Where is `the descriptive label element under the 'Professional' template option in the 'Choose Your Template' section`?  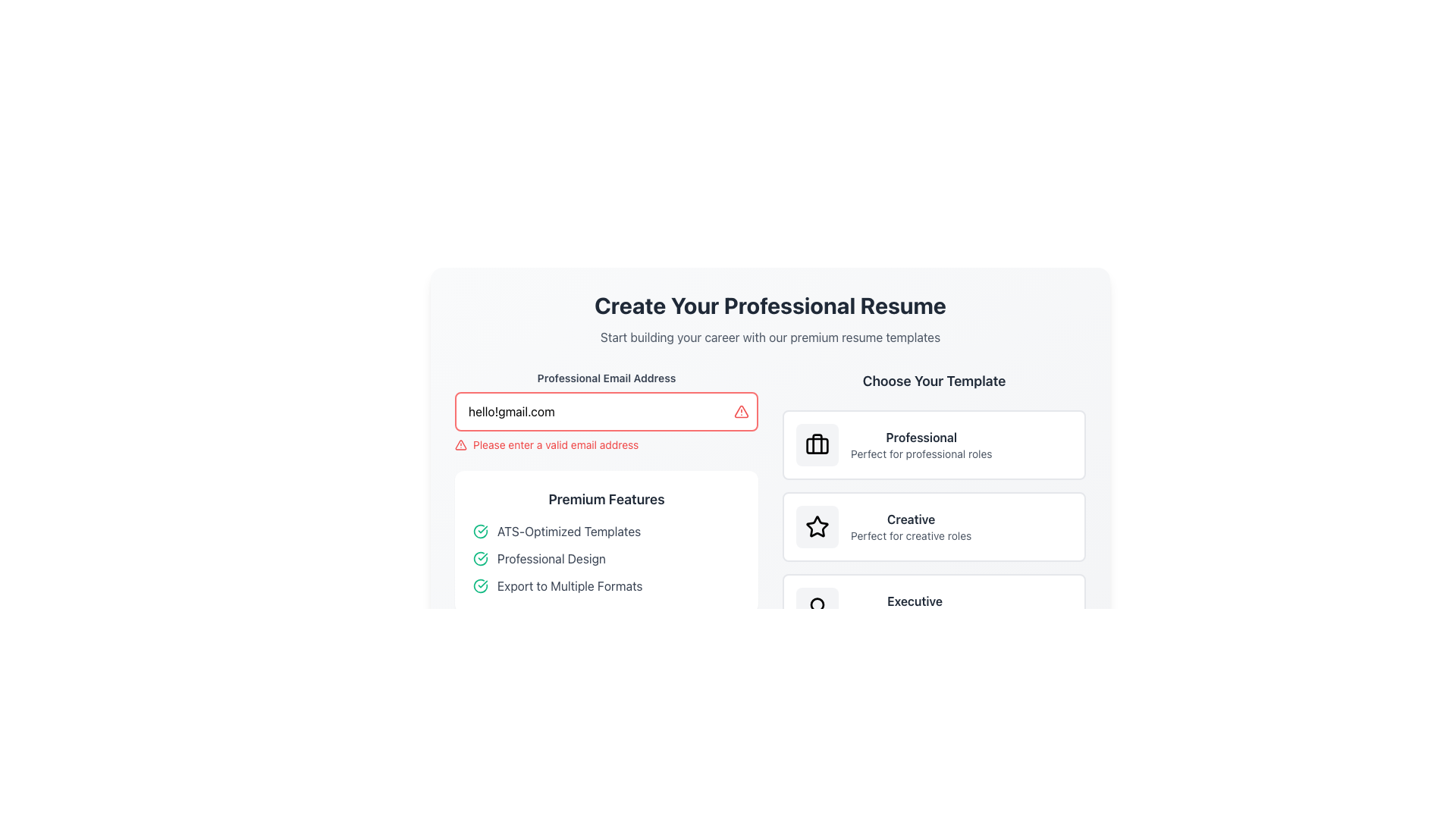
the descriptive label element under the 'Professional' template option in the 'Choose Your Template' section is located at coordinates (921, 453).